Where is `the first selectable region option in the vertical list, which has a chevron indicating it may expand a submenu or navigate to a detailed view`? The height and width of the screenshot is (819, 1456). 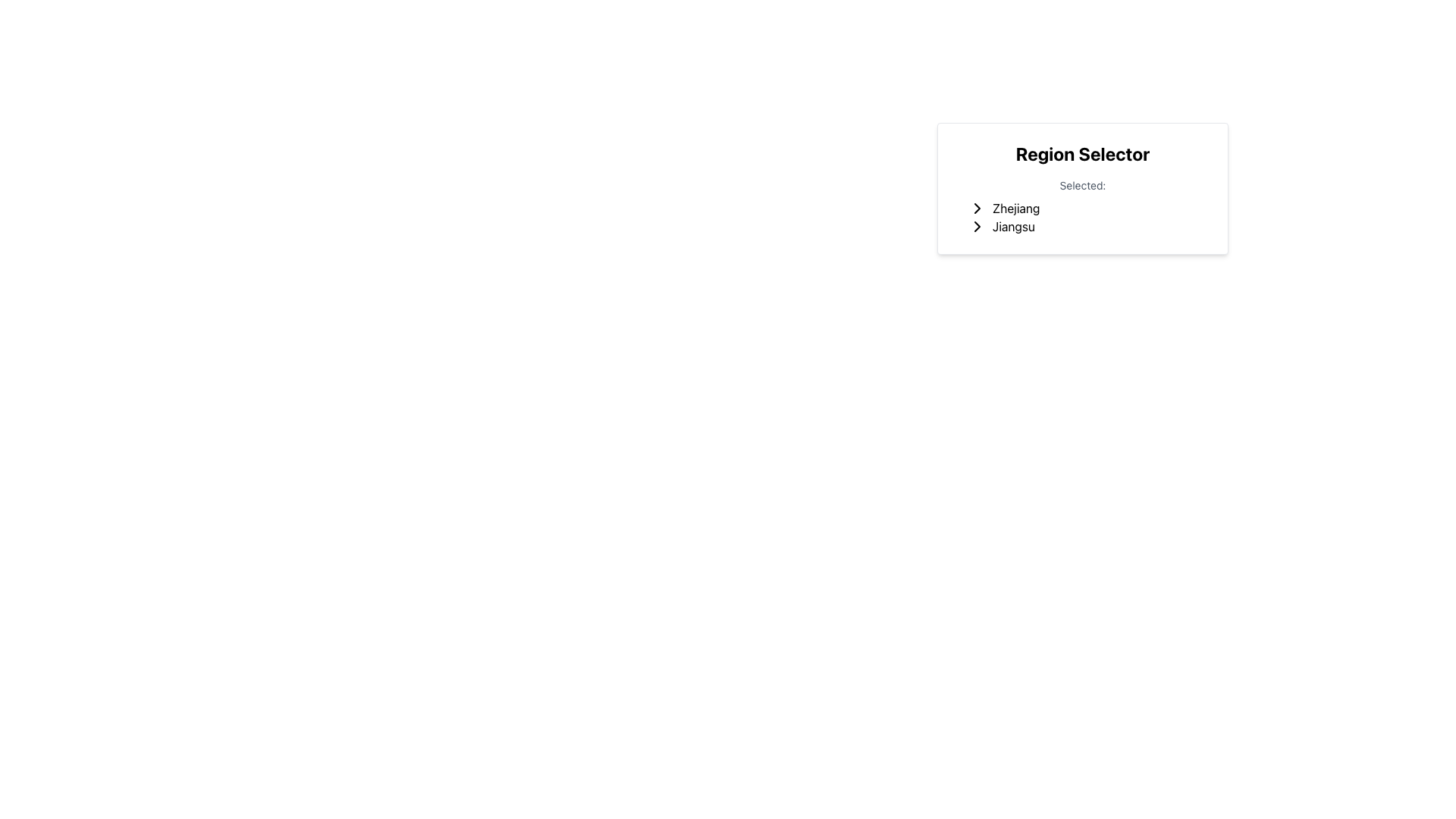
the first selectable region option in the vertical list, which has a chevron indicating it may expand a submenu or navigate to a detailed view is located at coordinates (1087, 208).